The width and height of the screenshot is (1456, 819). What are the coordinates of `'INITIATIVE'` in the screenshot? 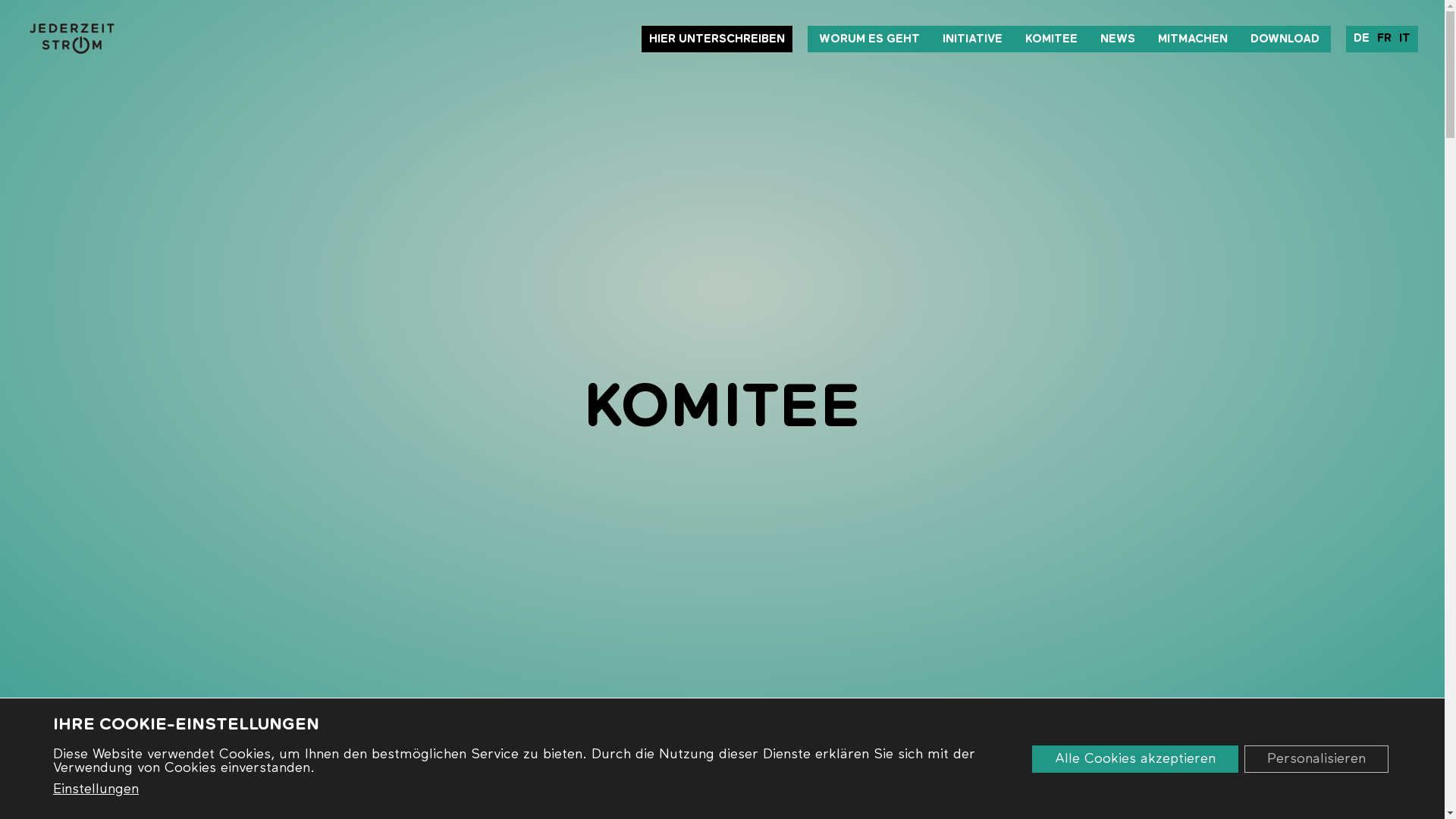 It's located at (972, 38).